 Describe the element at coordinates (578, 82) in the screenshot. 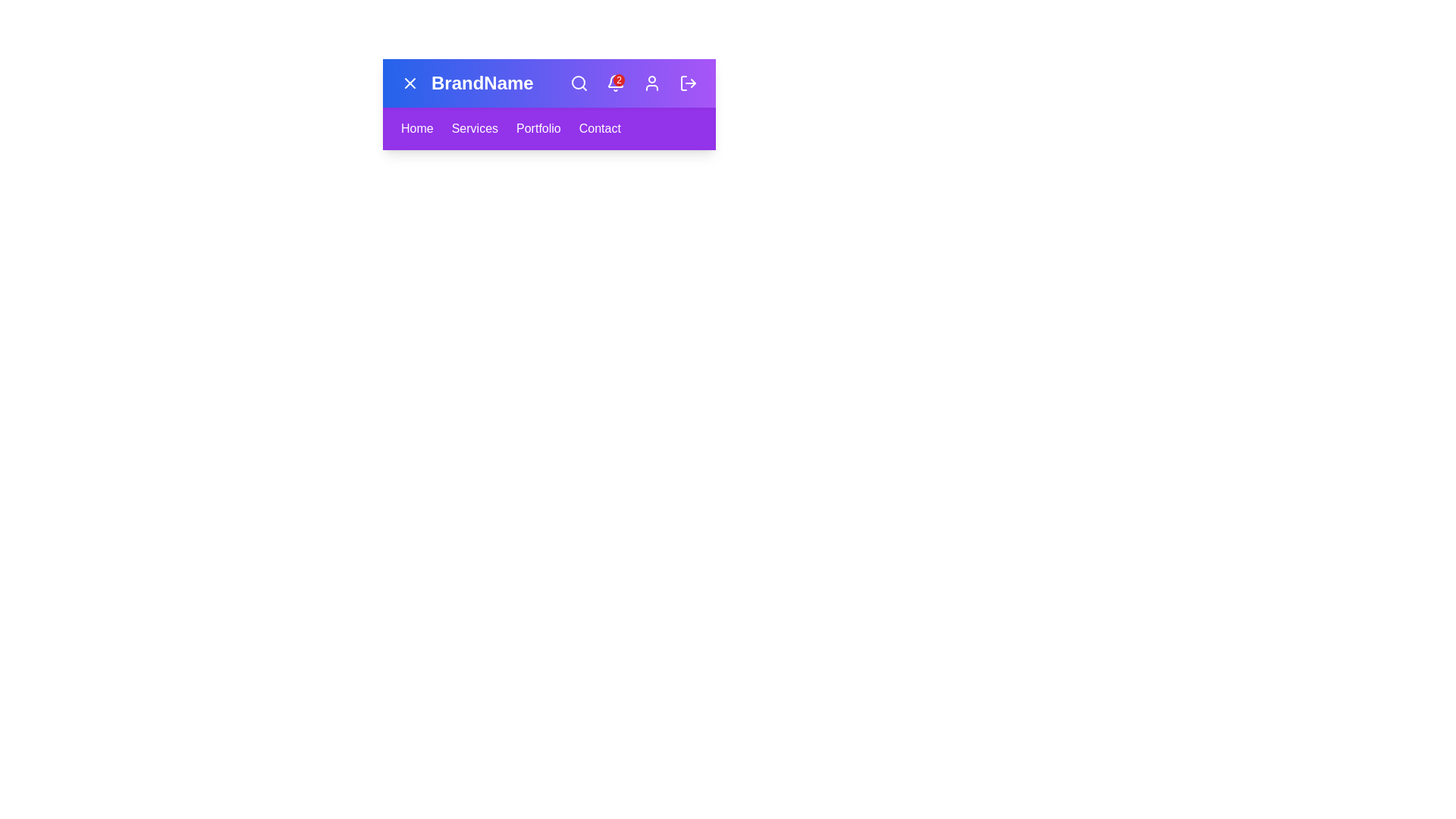

I see `the circular lens representation of the magnifying glass in the search icon located in the top navigation bar` at that location.